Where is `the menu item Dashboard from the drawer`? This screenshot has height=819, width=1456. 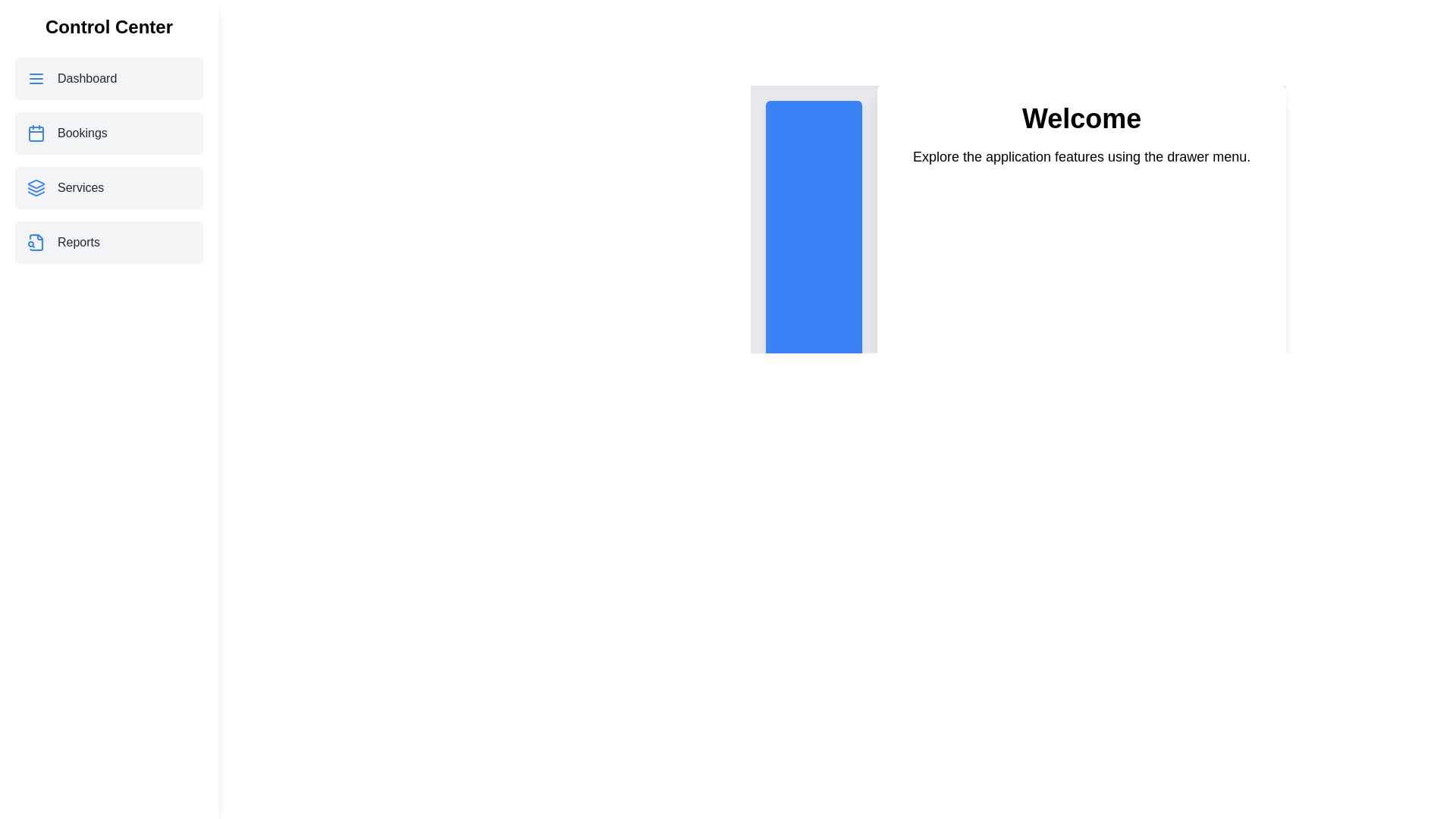 the menu item Dashboard from the drawer is located at coordinates (108, 79).